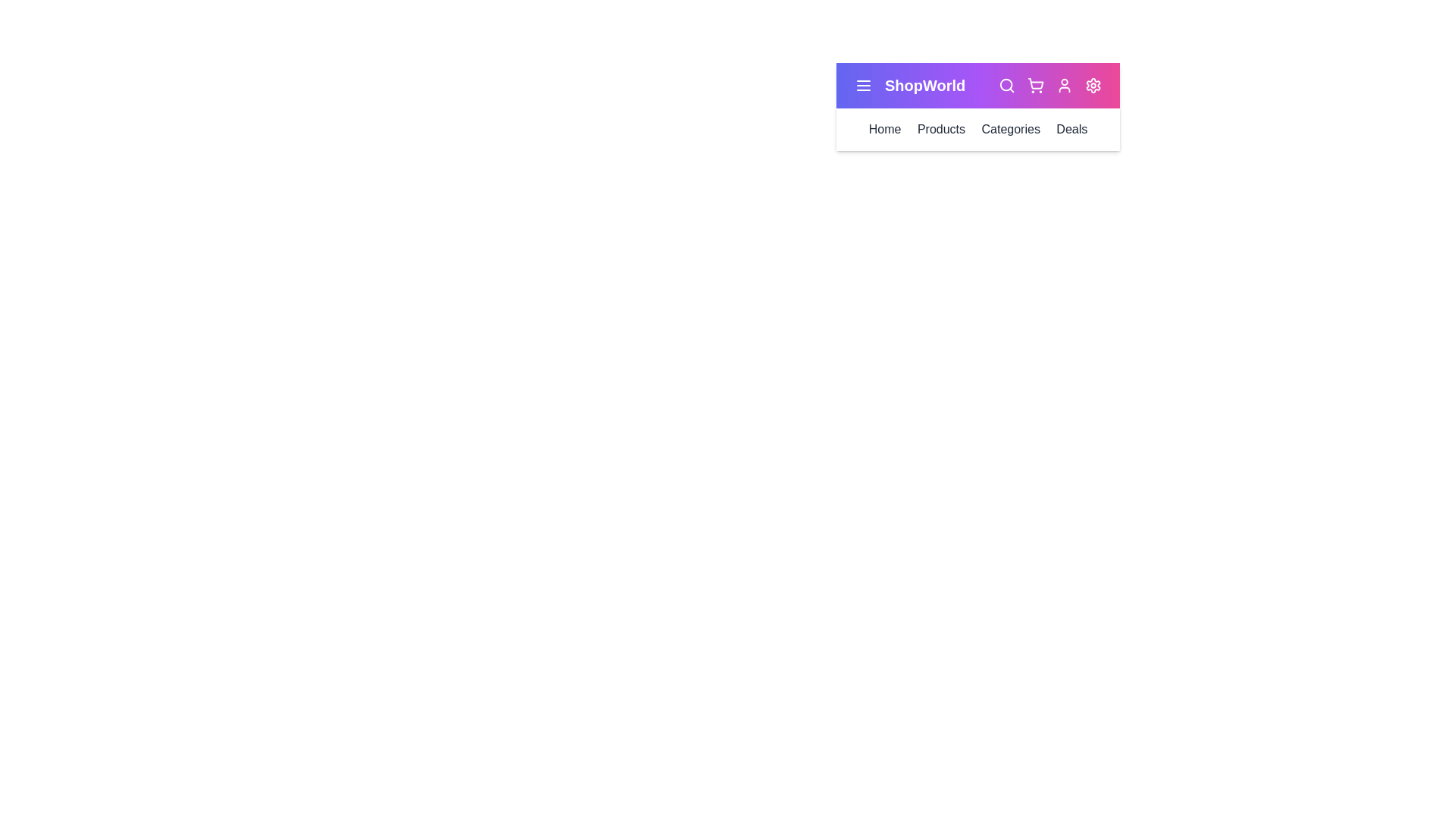 This screenshot has height=819, width=1456. What do you see at coordinates (1063, 85) in the screenshot?
I see `the user icon to access user-related options` at bounding box center [1063, 85].